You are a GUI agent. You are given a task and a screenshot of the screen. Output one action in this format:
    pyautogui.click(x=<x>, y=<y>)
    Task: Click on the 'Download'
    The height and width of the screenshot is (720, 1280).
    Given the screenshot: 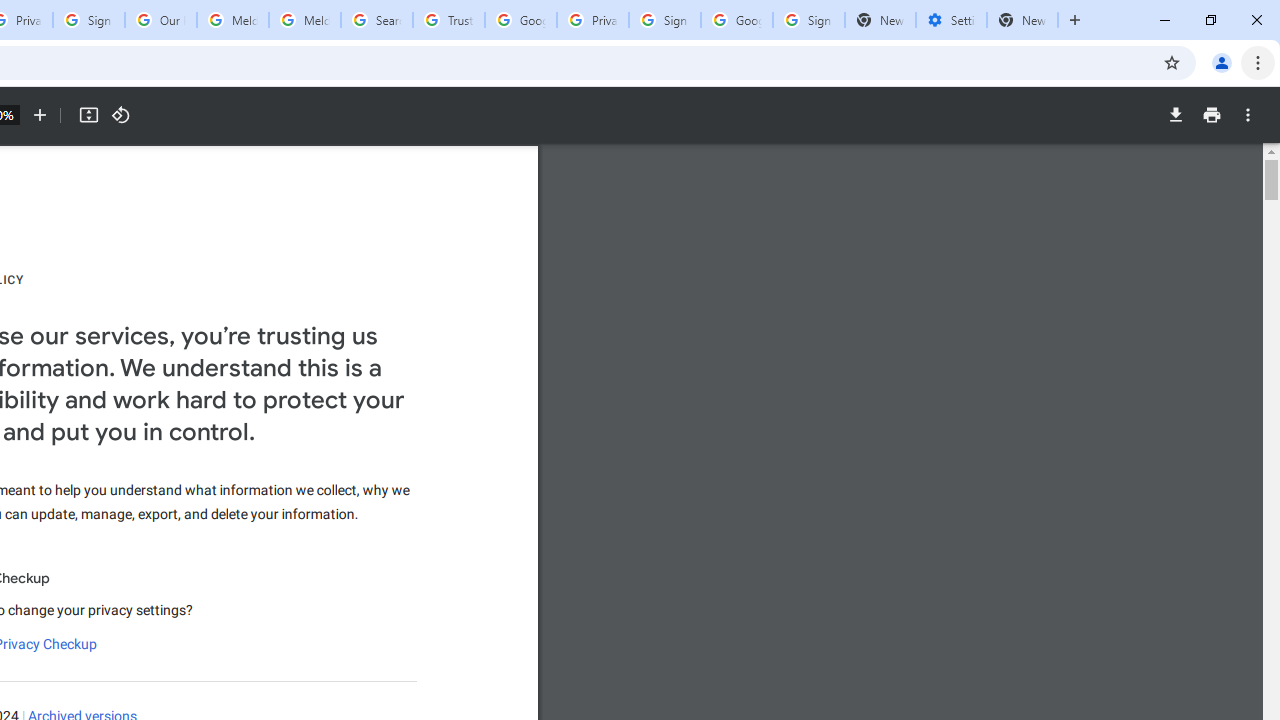 What is the action you would take?
    pyautogui.click(x=1175, y=115)
    